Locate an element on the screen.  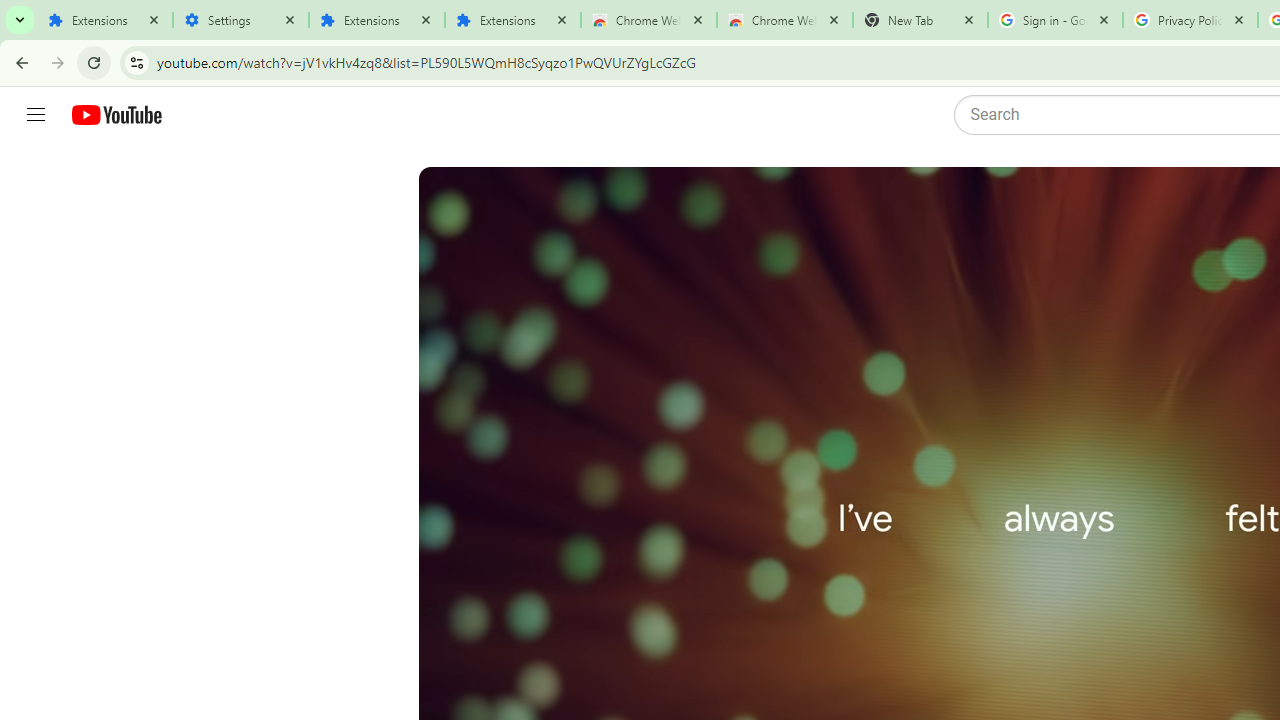
'YouTube Home' is located at coordinates (115, 115).